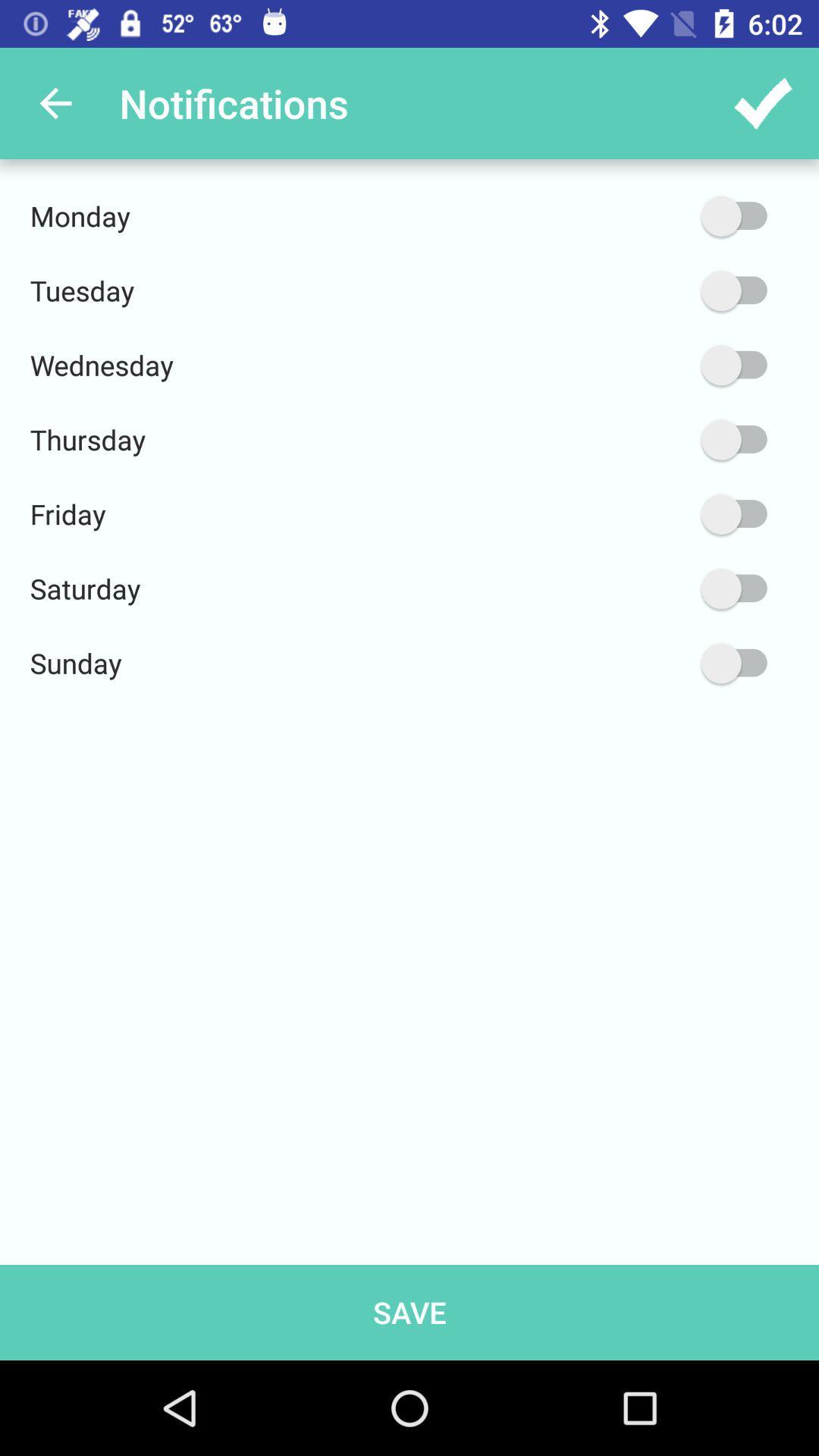 This screenshot has width=819, height=1456. I want to click on thursday notification, so click(661, 439).